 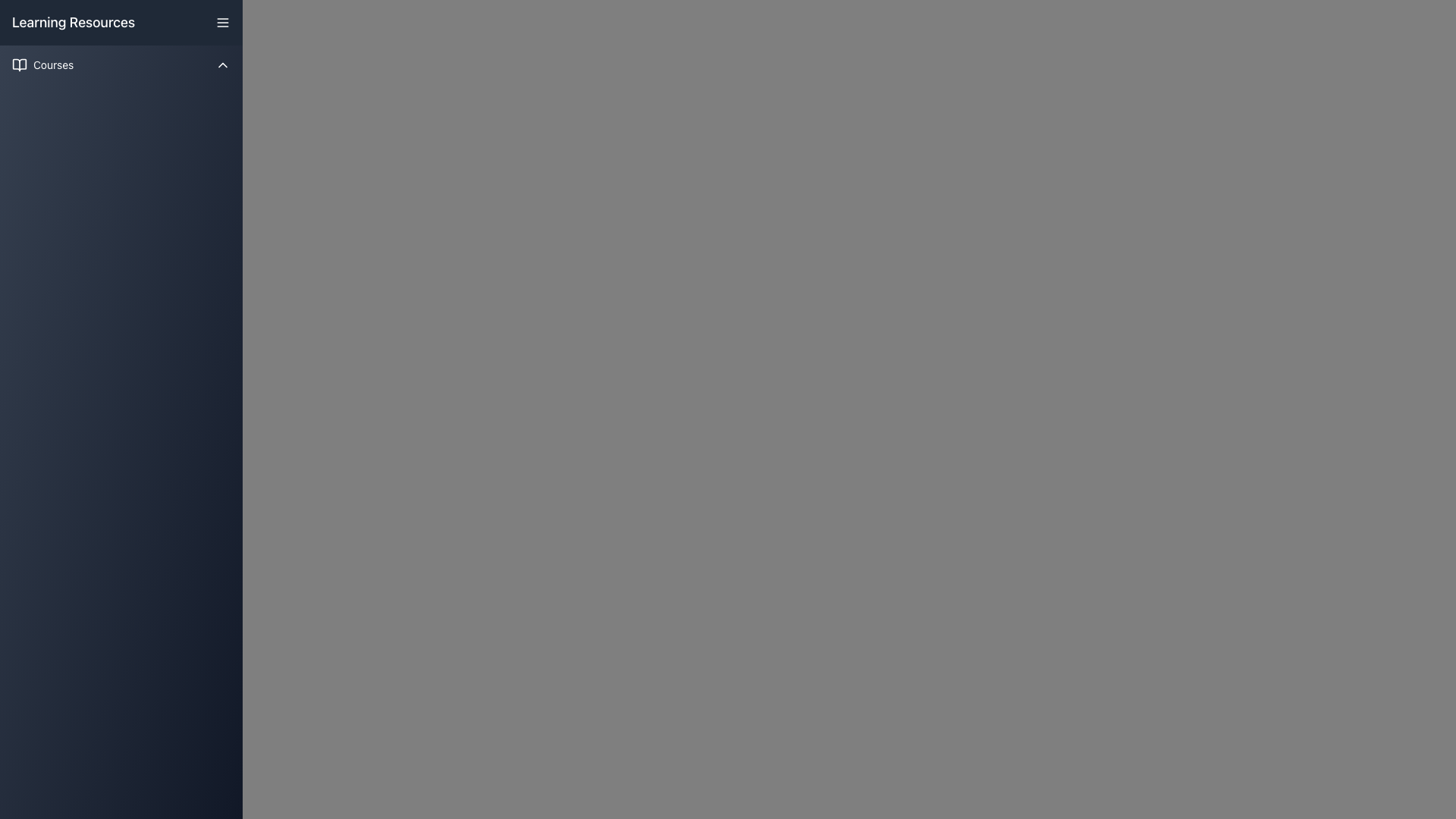 What do you see at coordinates (73, 23) in the screenshot?
I see `the 'Learning Resources' text label, which is styled with a large font size and medium weight, located in the upper-left corner of the dark sidebar` at bounding box center [73, 23].